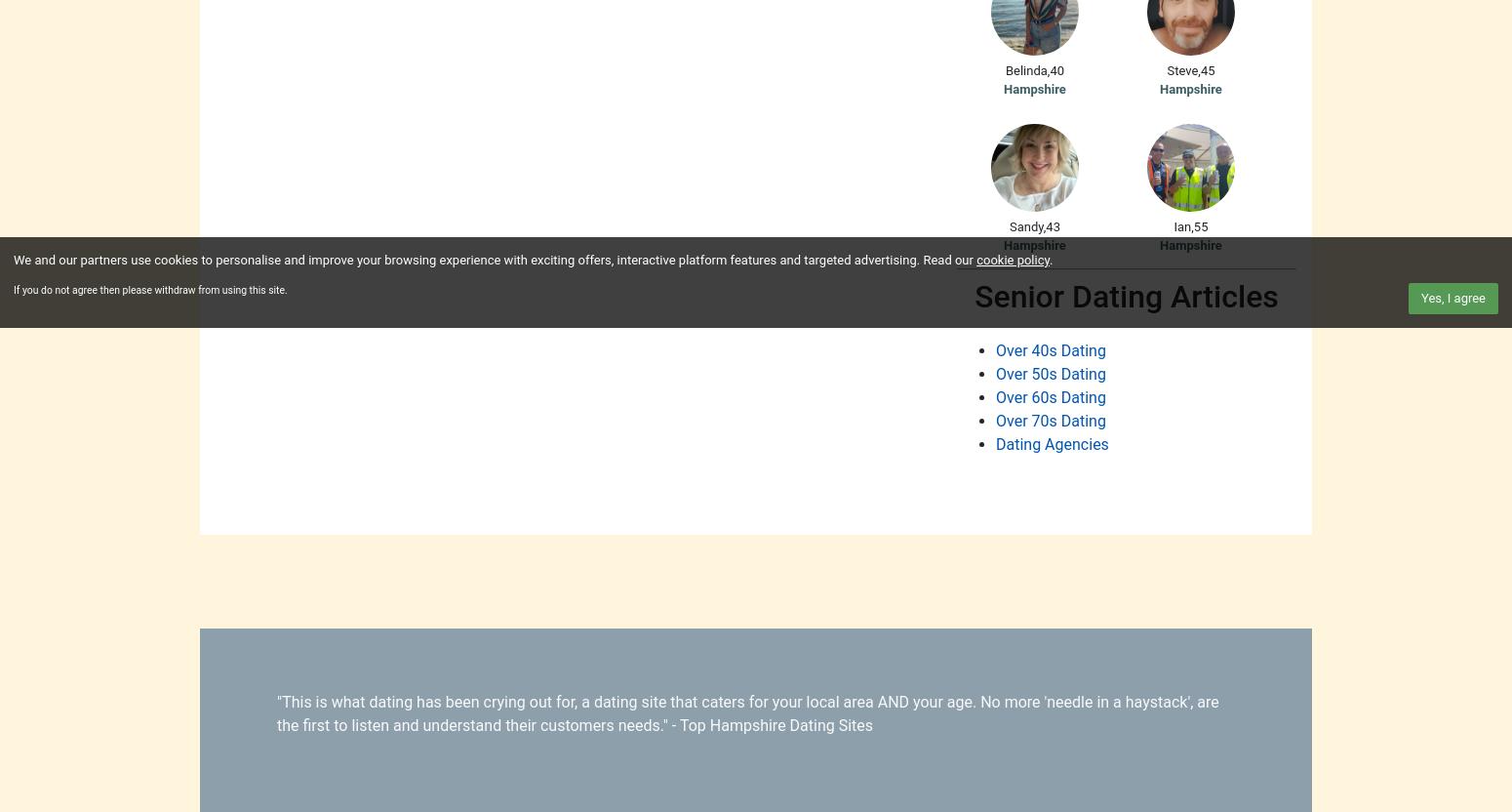 This screenshot has height=812, width=1512. Describe the element at coordinates (1207, 68) in the screenshot. I see `'45'` at that location.